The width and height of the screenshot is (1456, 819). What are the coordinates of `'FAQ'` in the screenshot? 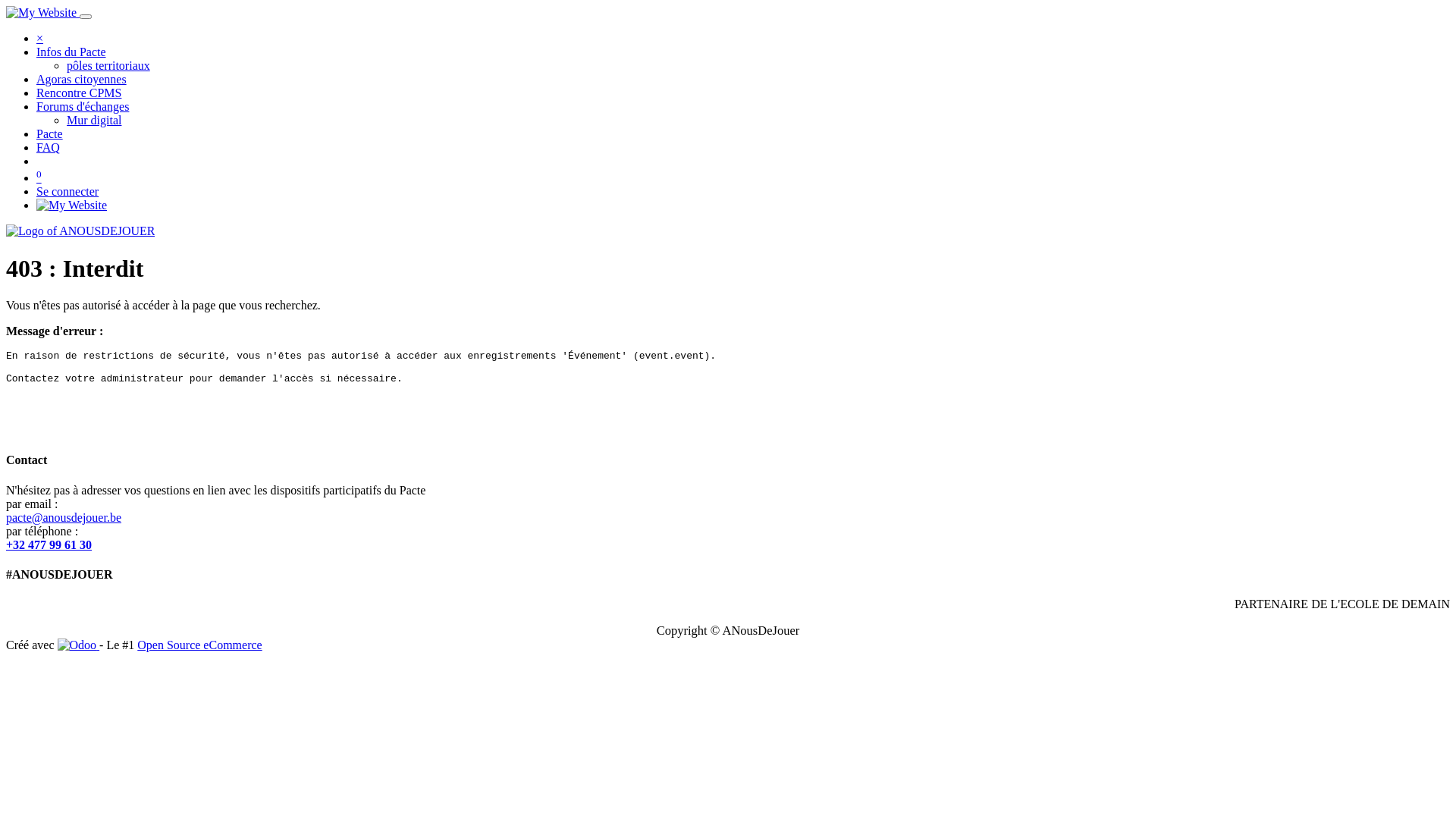 It's located at (48, 147).